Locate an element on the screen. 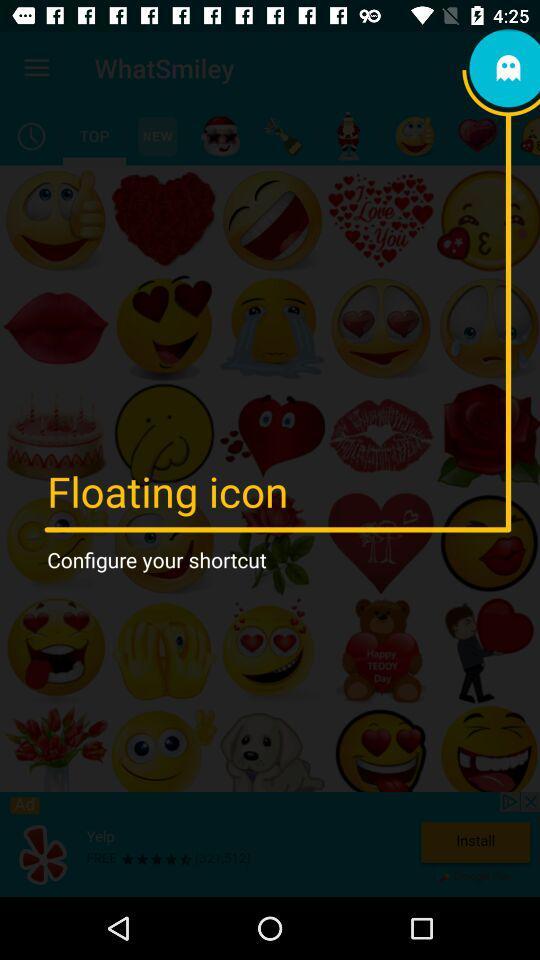 The height and width of the screenshot is (960, 540). celebration icons is located at coordinates (282, 135).